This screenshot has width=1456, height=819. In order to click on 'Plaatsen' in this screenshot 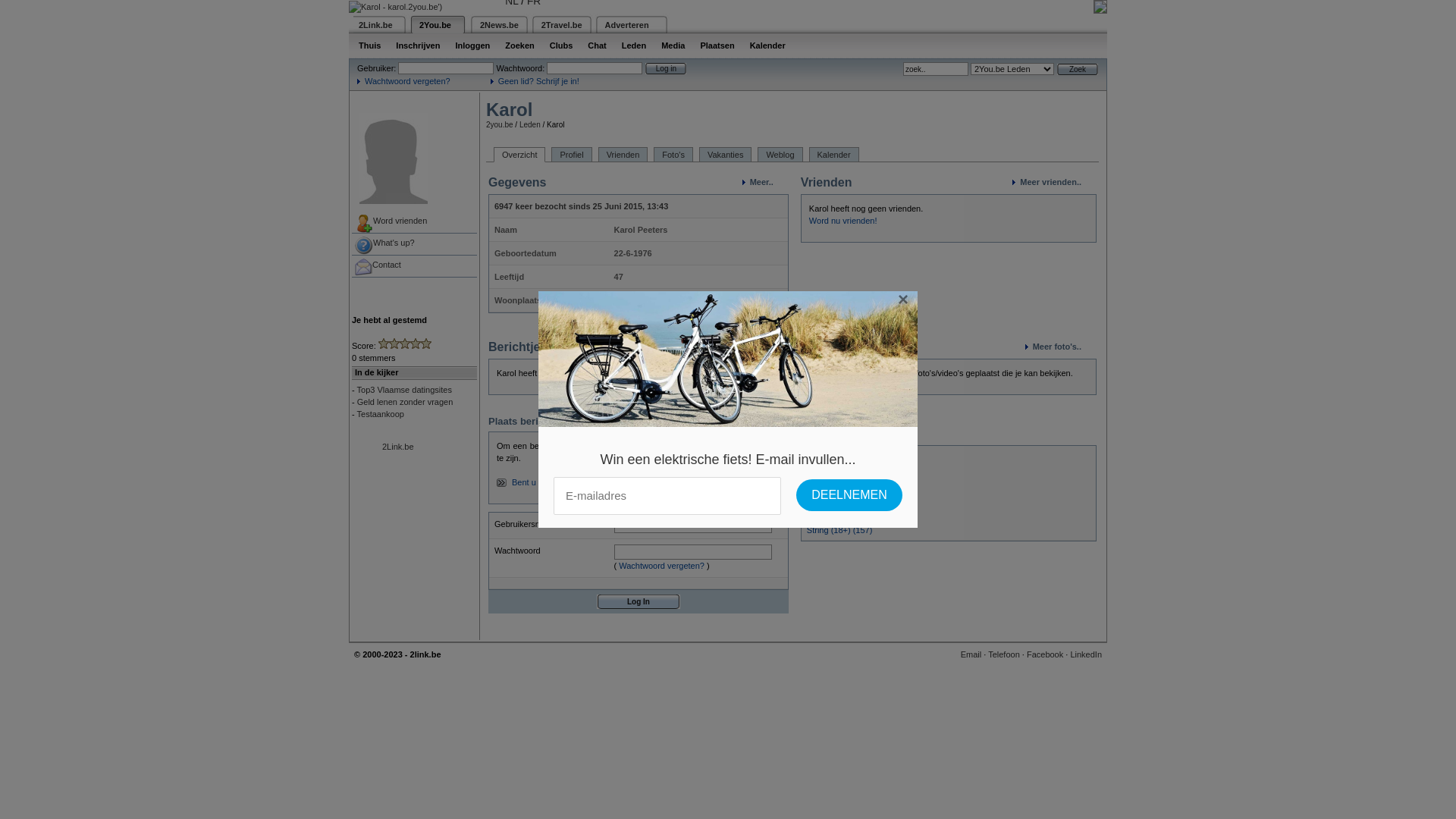, I will do `click(716, 45)`.